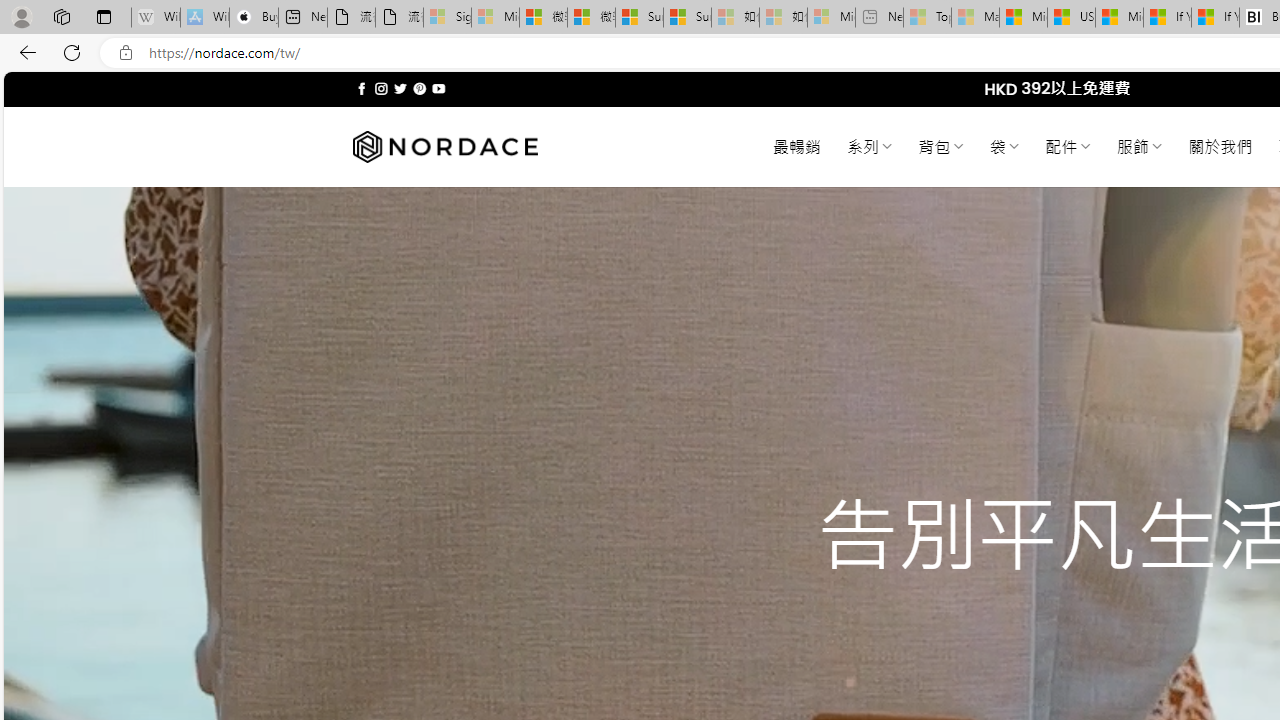  What do you see at coordinates (976, 17) in the screenshot?
I see `'Marine life - MSN - Sleeping'` at bounding box center [976, 17].